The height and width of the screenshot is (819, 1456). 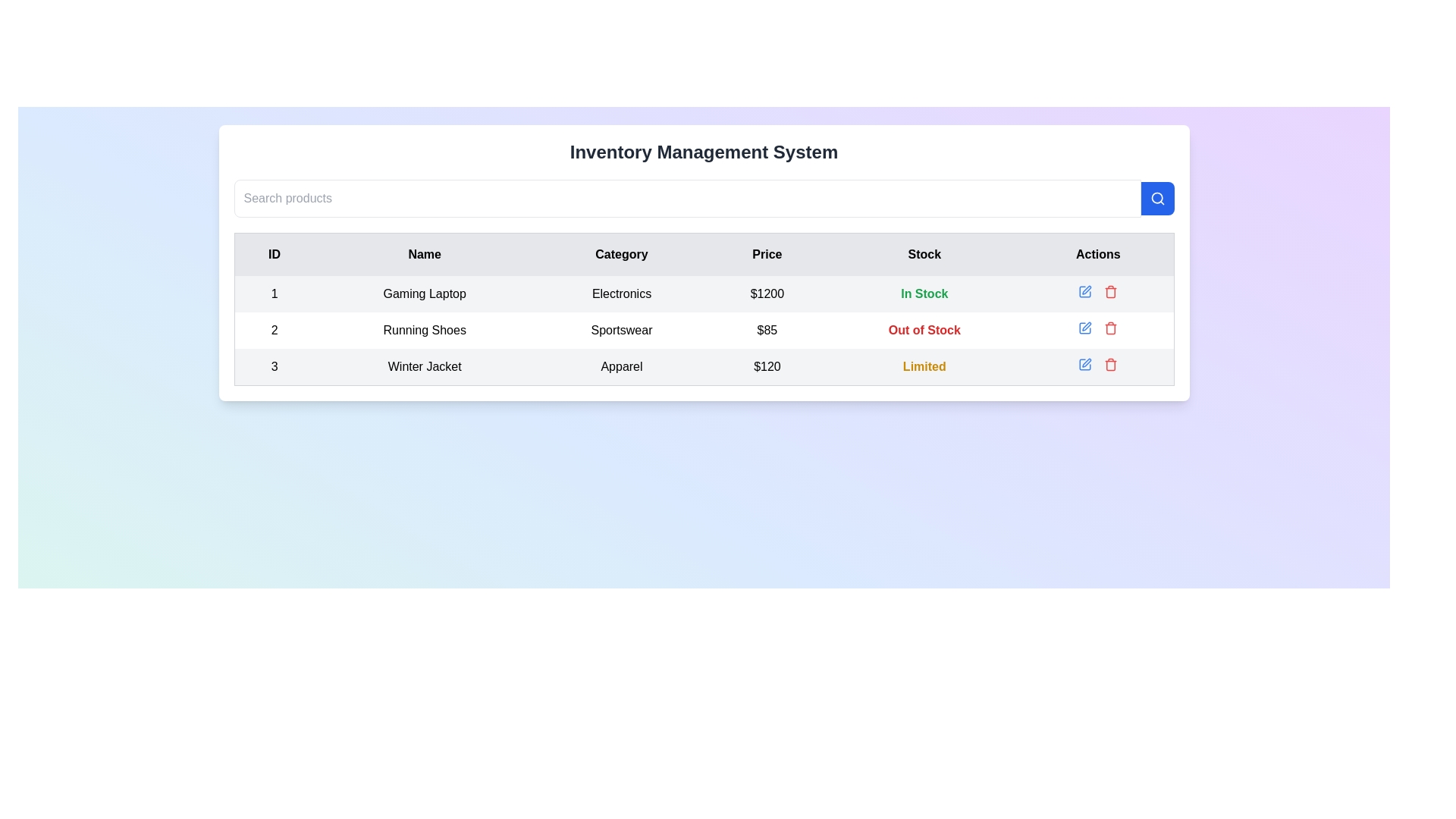 I want to click on the centered text label with the word 'Name' in bold, located in the second column header of the table, between 'ID' and 'Category', so click(x=425, y=253).